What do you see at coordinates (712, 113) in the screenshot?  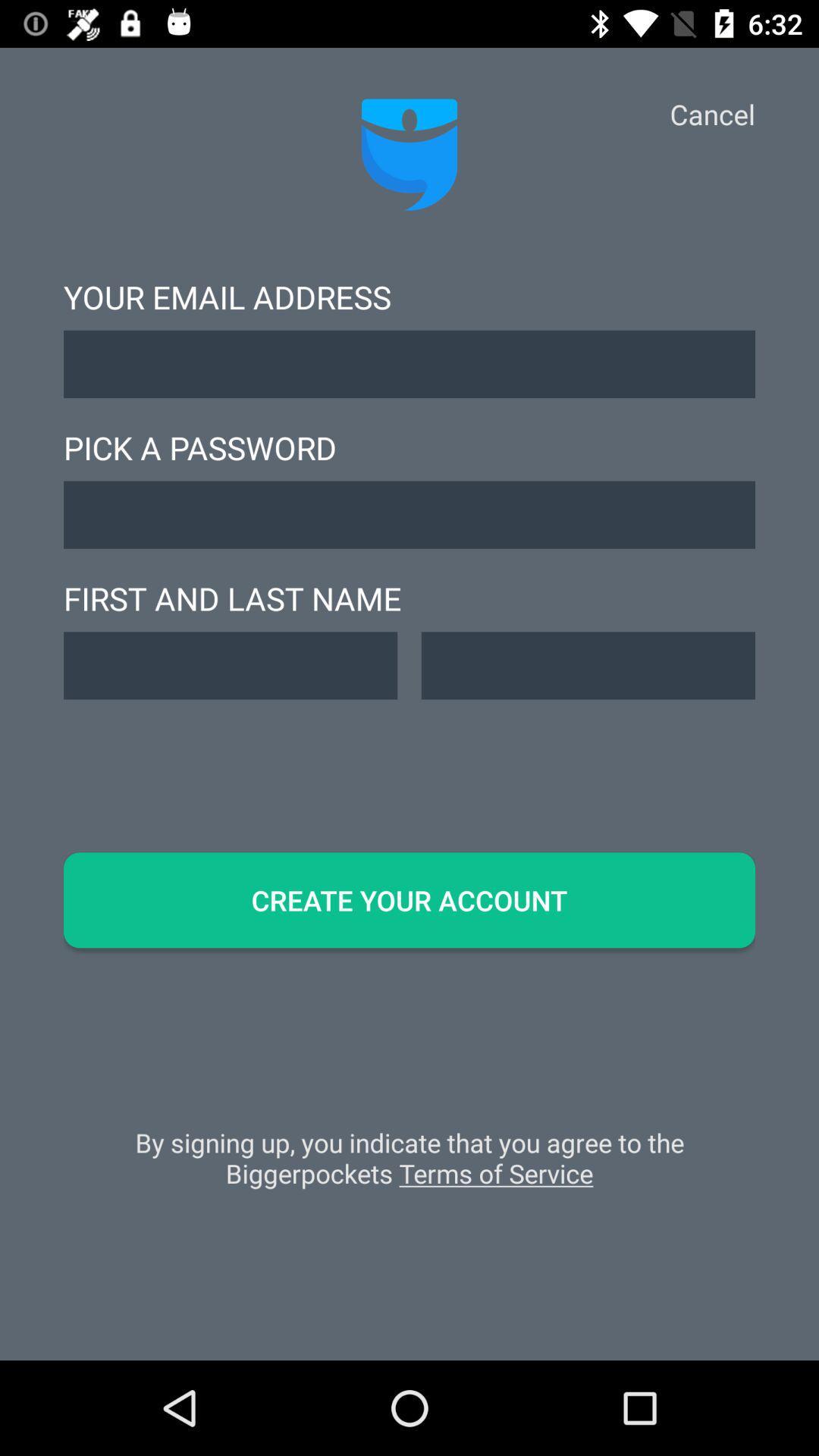 I see `cancel app` at bounding box center [712, 113].